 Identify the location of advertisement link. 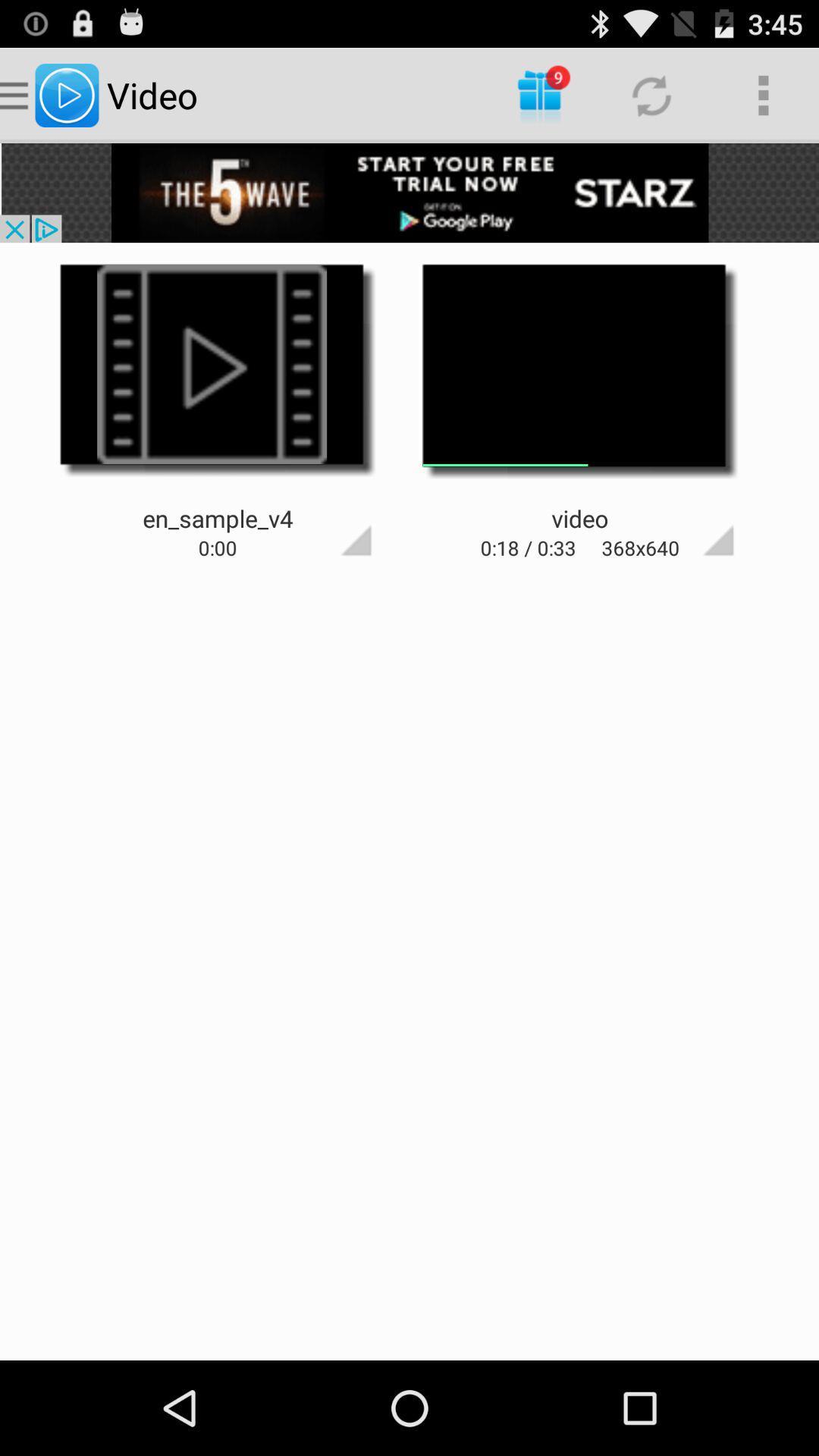
(409, 192).